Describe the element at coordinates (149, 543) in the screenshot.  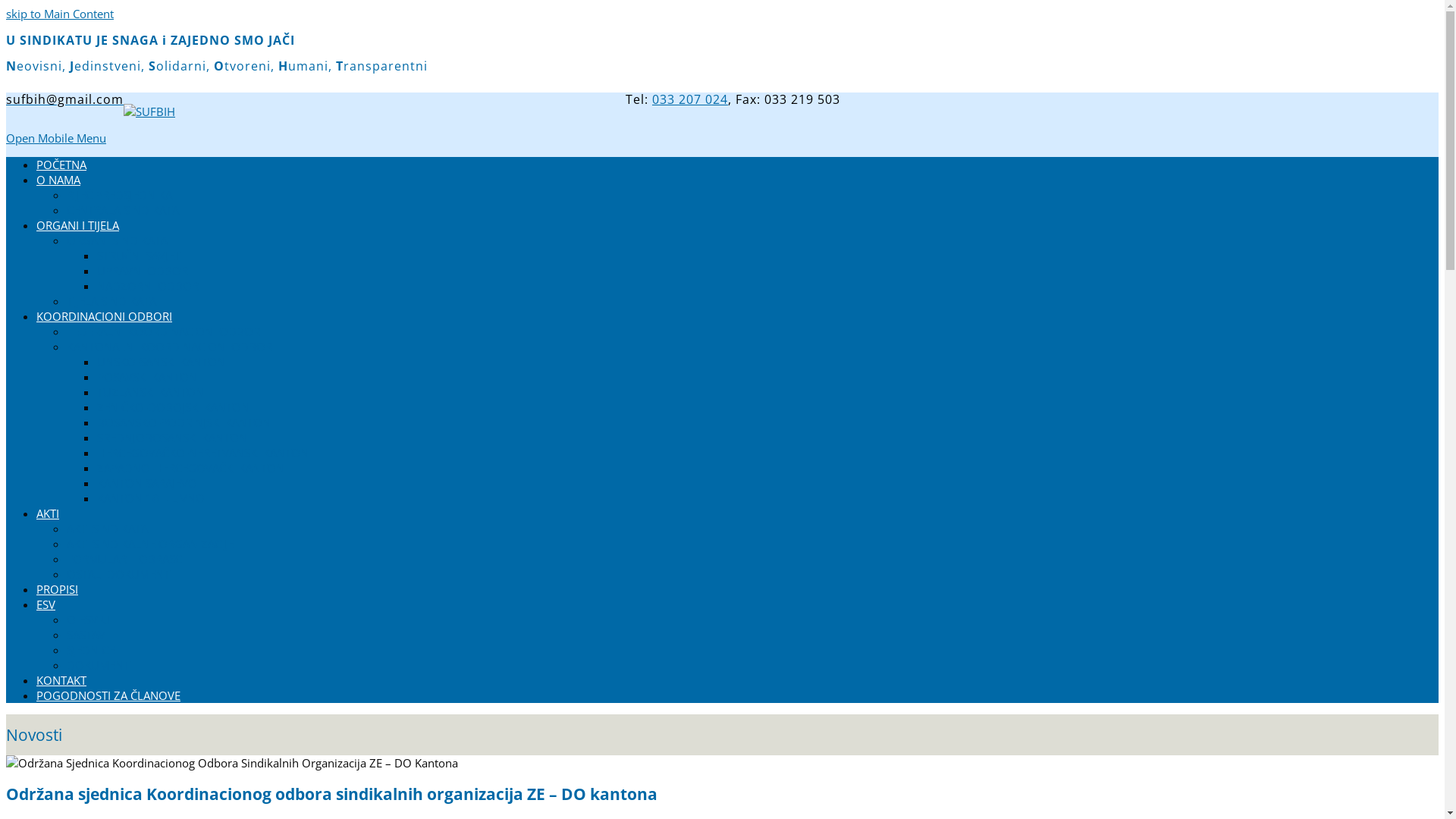
I see `'AKTI SINDIKALNE ORGANIZACIJE'` at that location.